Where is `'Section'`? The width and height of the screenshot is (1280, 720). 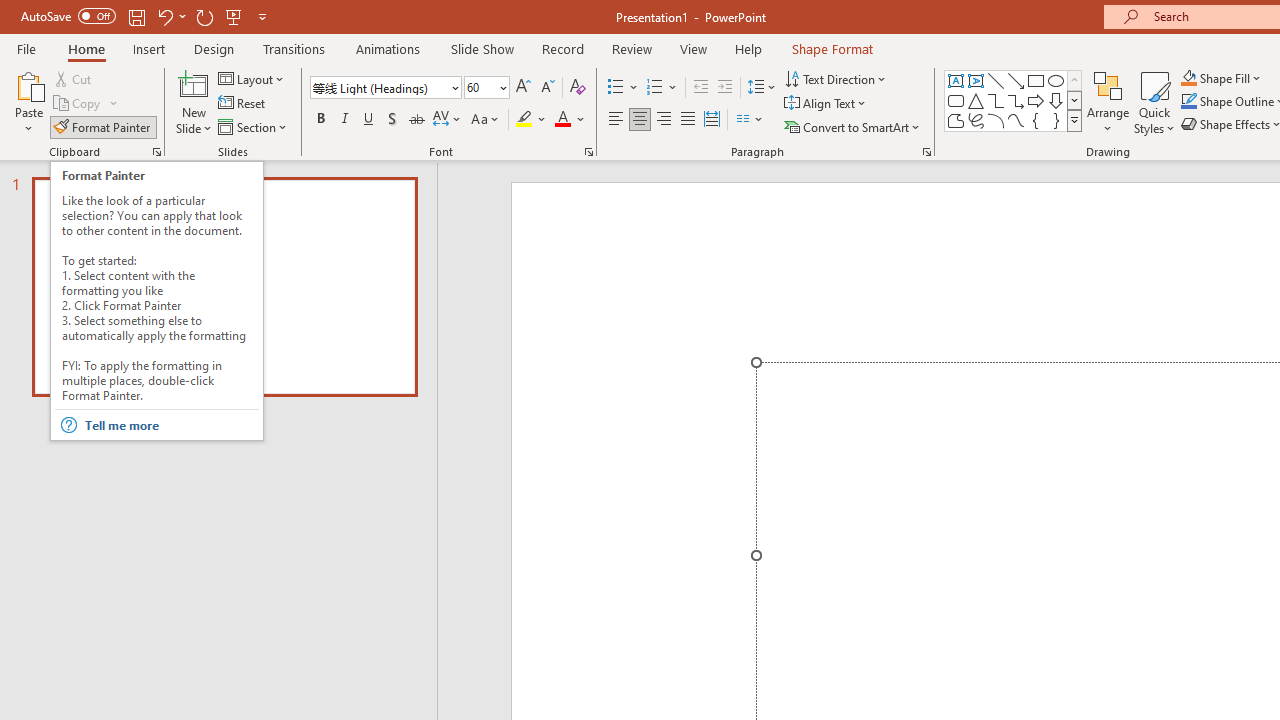 'Section' is located at coordinates (253, 127).